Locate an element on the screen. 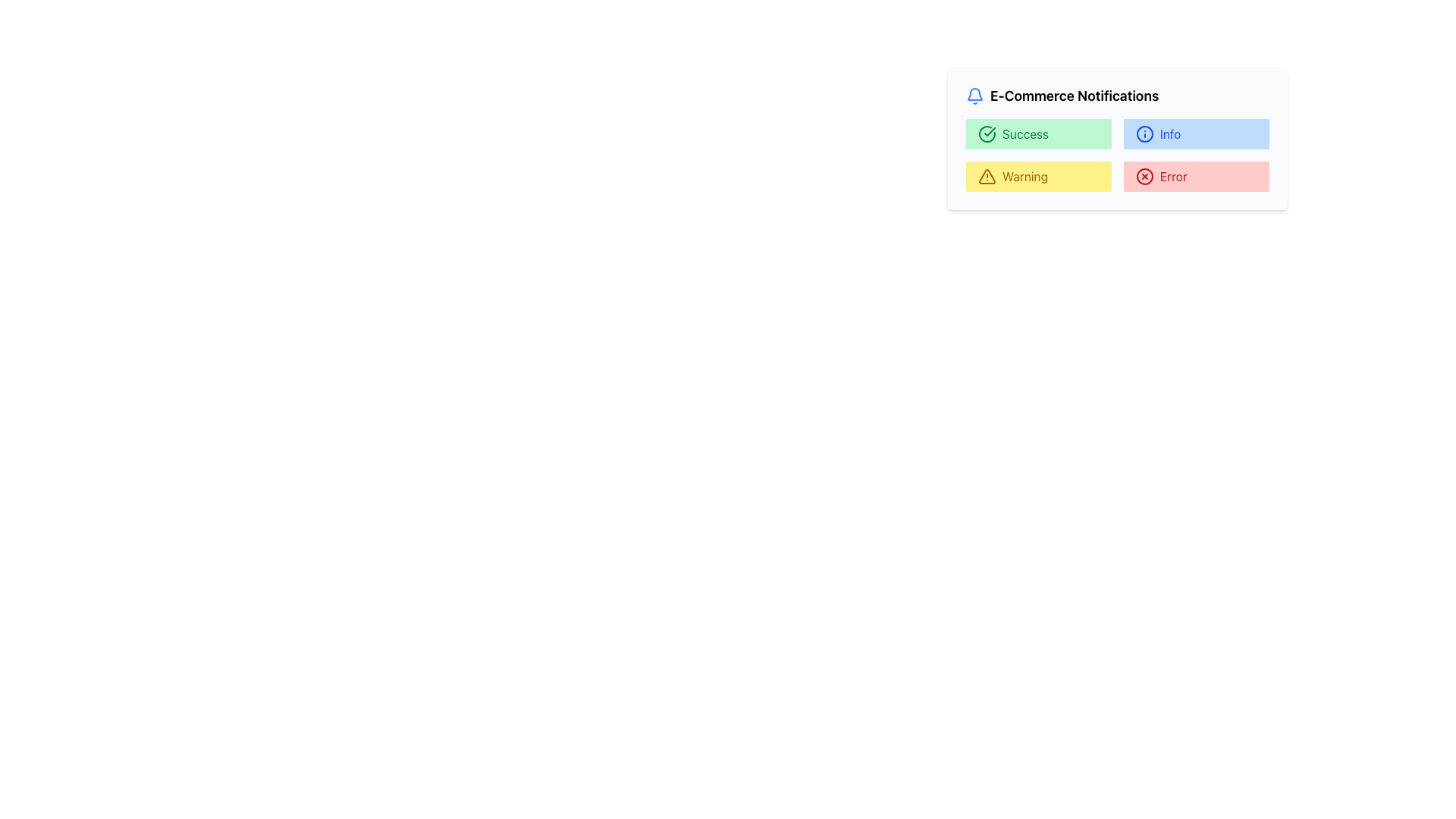 Image resolution: width=1456 pixels, height=819 pixels. the Interactive Button Group consisting of a yellow 'Warning' box and a red 'Error' box is located at coordinates (1117, 175).